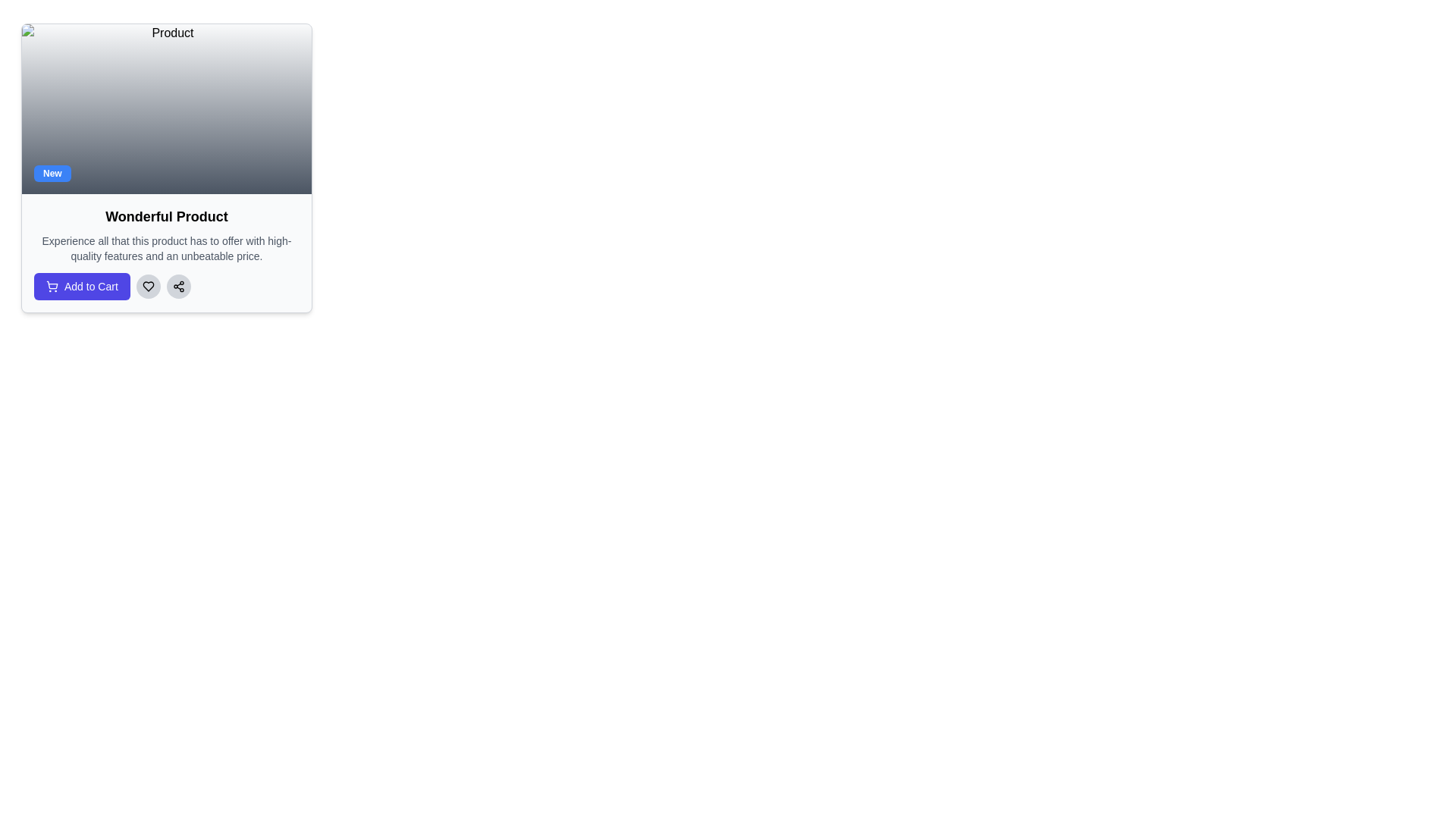 The image size is (1456, 819). Describe the element at coordinates (167, 247) in the screenshot. I see `the descriptive text paragraph about the product, which is styled in a small gray font and is positioned below the 'Wonderful Product' title and above the 'Add to Cart' button` at that location.